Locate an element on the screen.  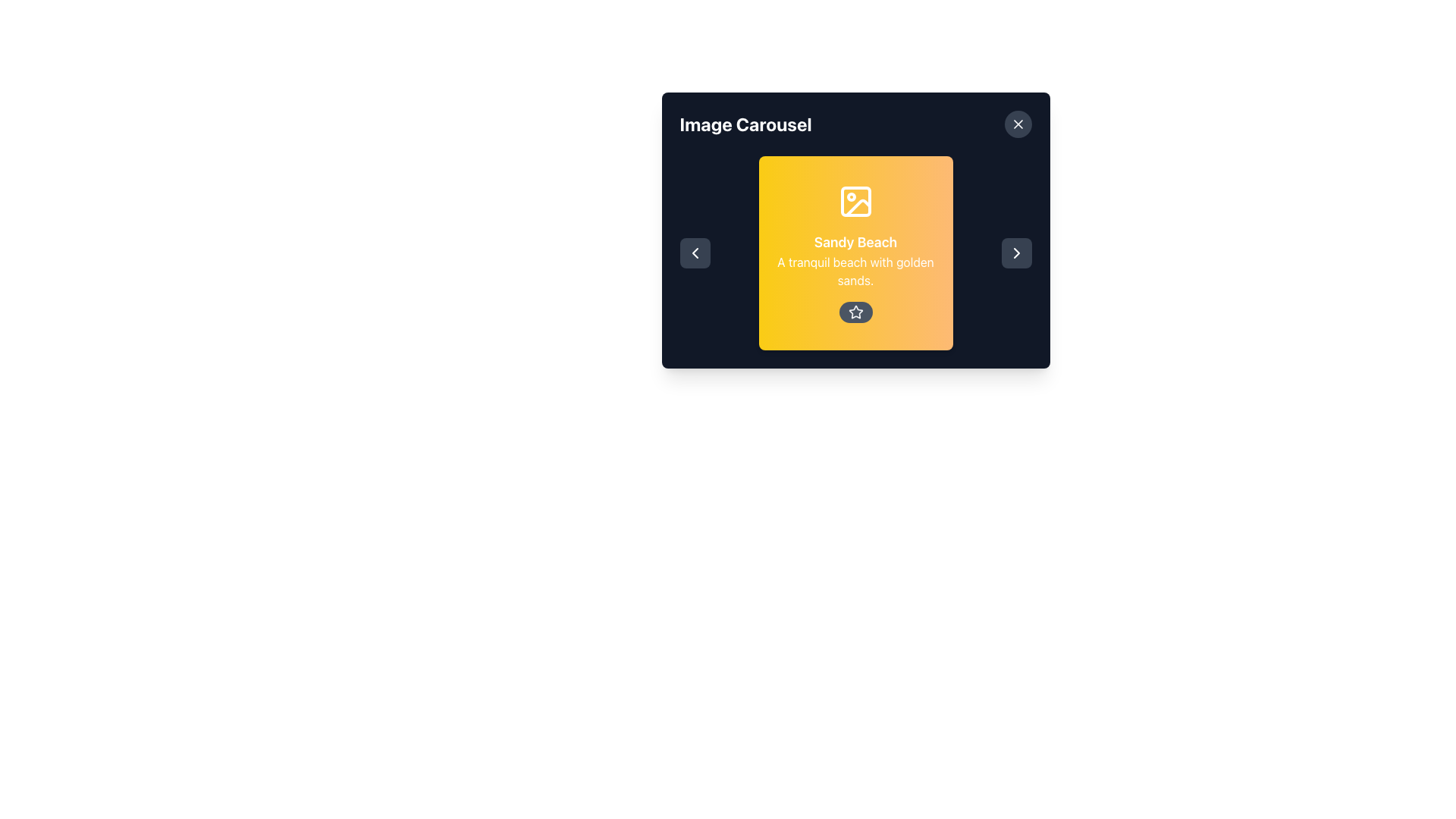
the rightmost navigation button that allows users to move to the next item in a carousel is located at coordinates (1016, 253).